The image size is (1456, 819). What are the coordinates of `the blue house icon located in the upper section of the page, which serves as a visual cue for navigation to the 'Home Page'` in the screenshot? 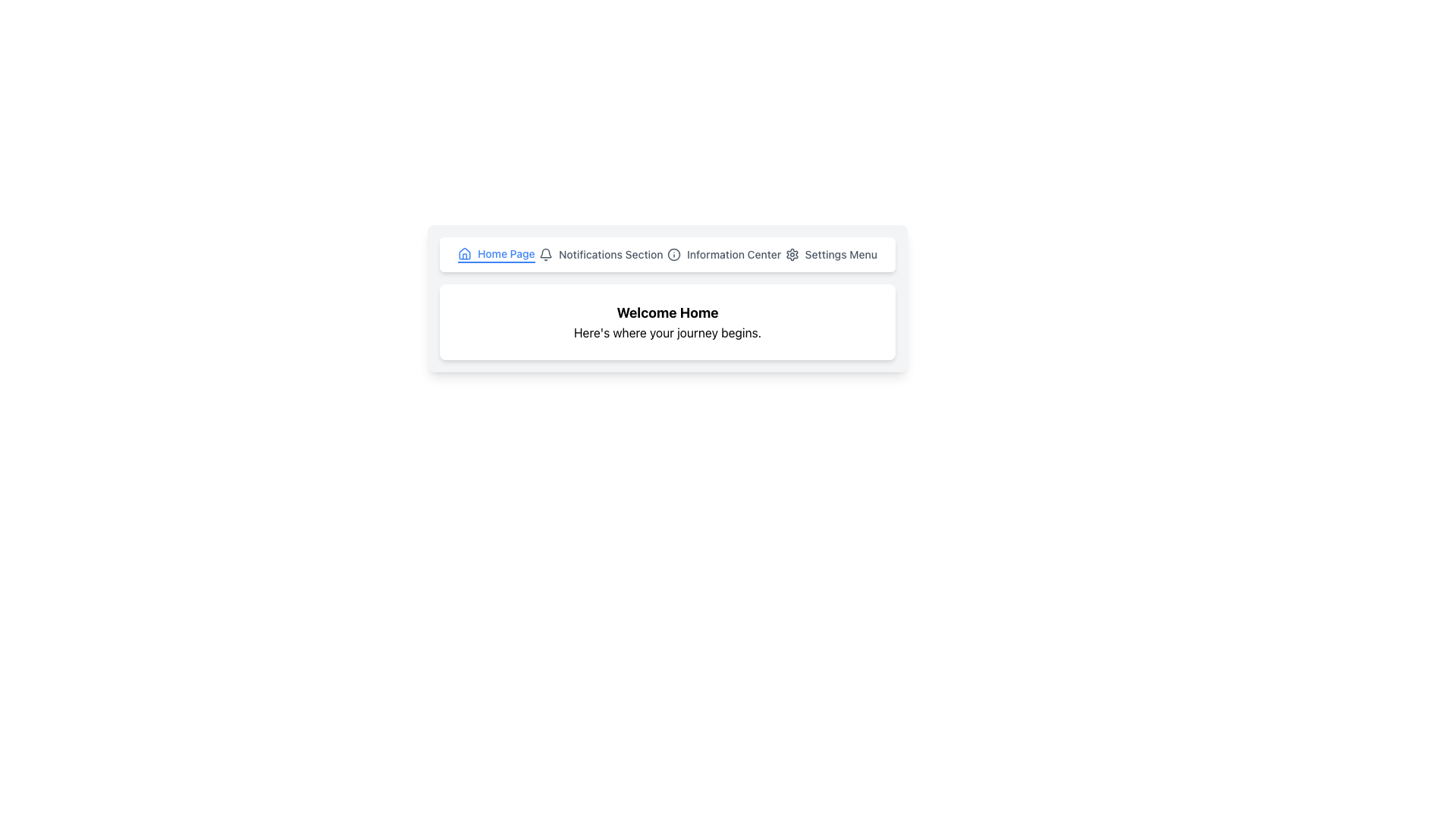 It's located at (464, 253).